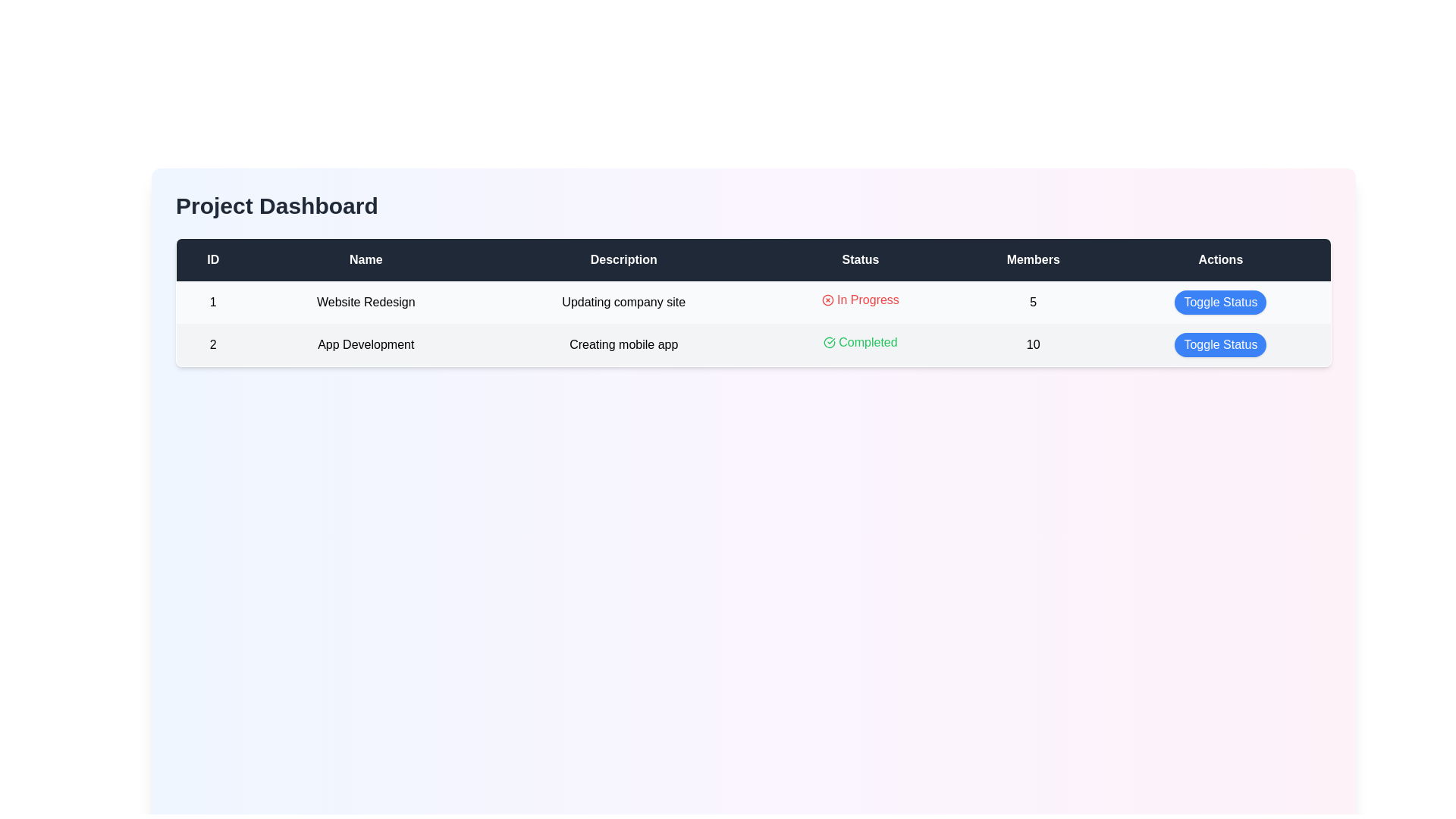 This screenshot has height=819, width=1456. I want to click on the labels in the Table Header Row located at the top of the data table, so click(753, 259).